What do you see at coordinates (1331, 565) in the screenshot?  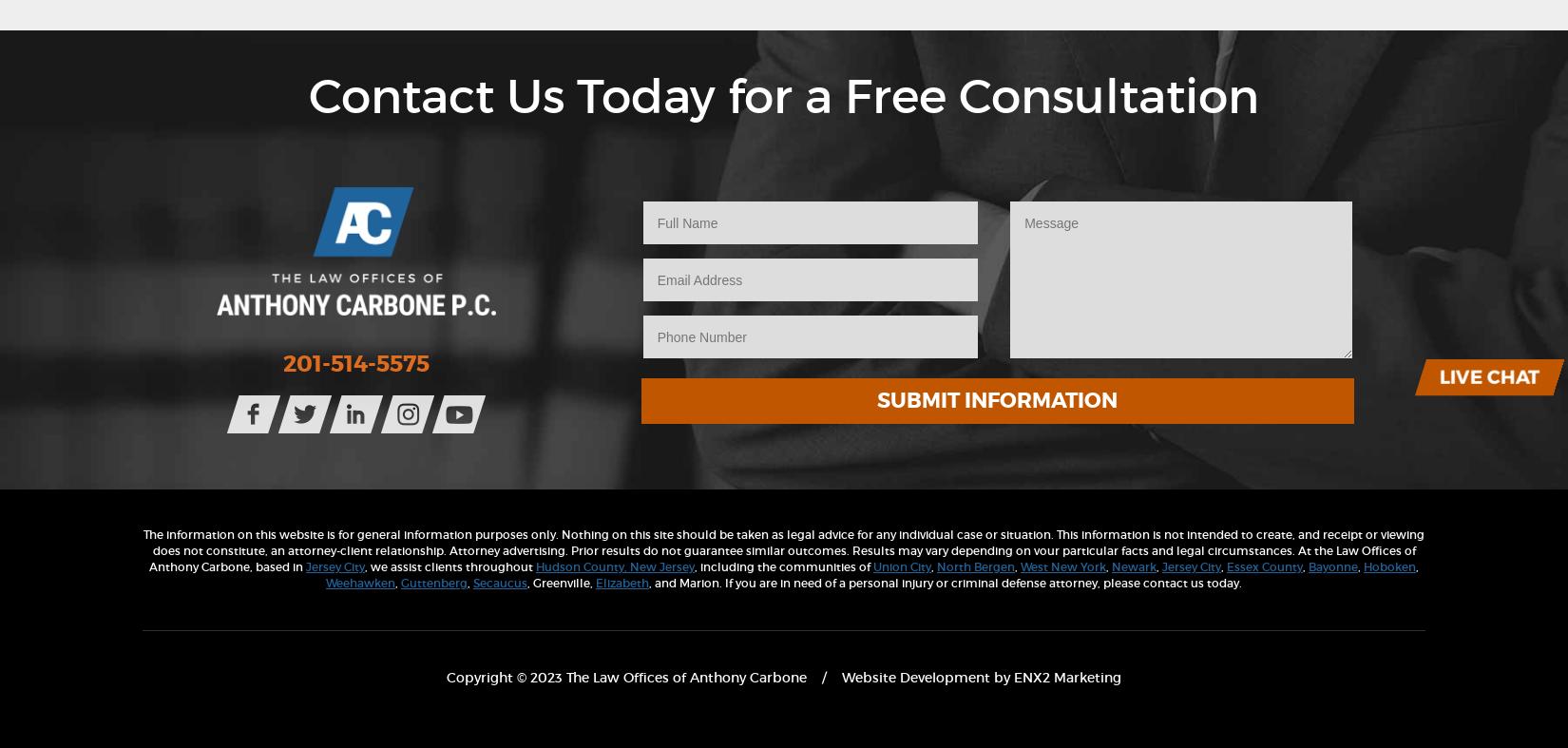 I see `'Bayonne'` at bounding box center [1331, 565].